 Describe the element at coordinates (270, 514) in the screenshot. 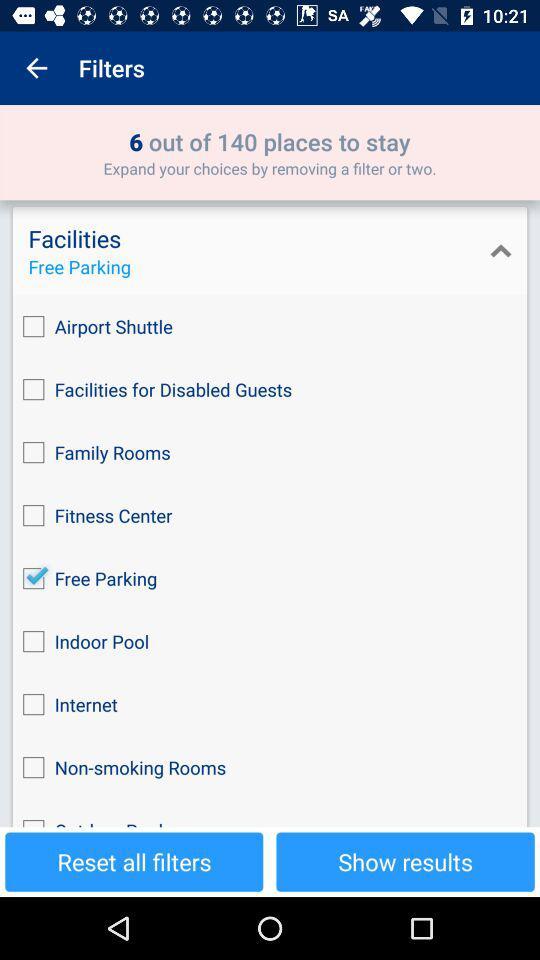

I see `fitness center checkbox` at that location.